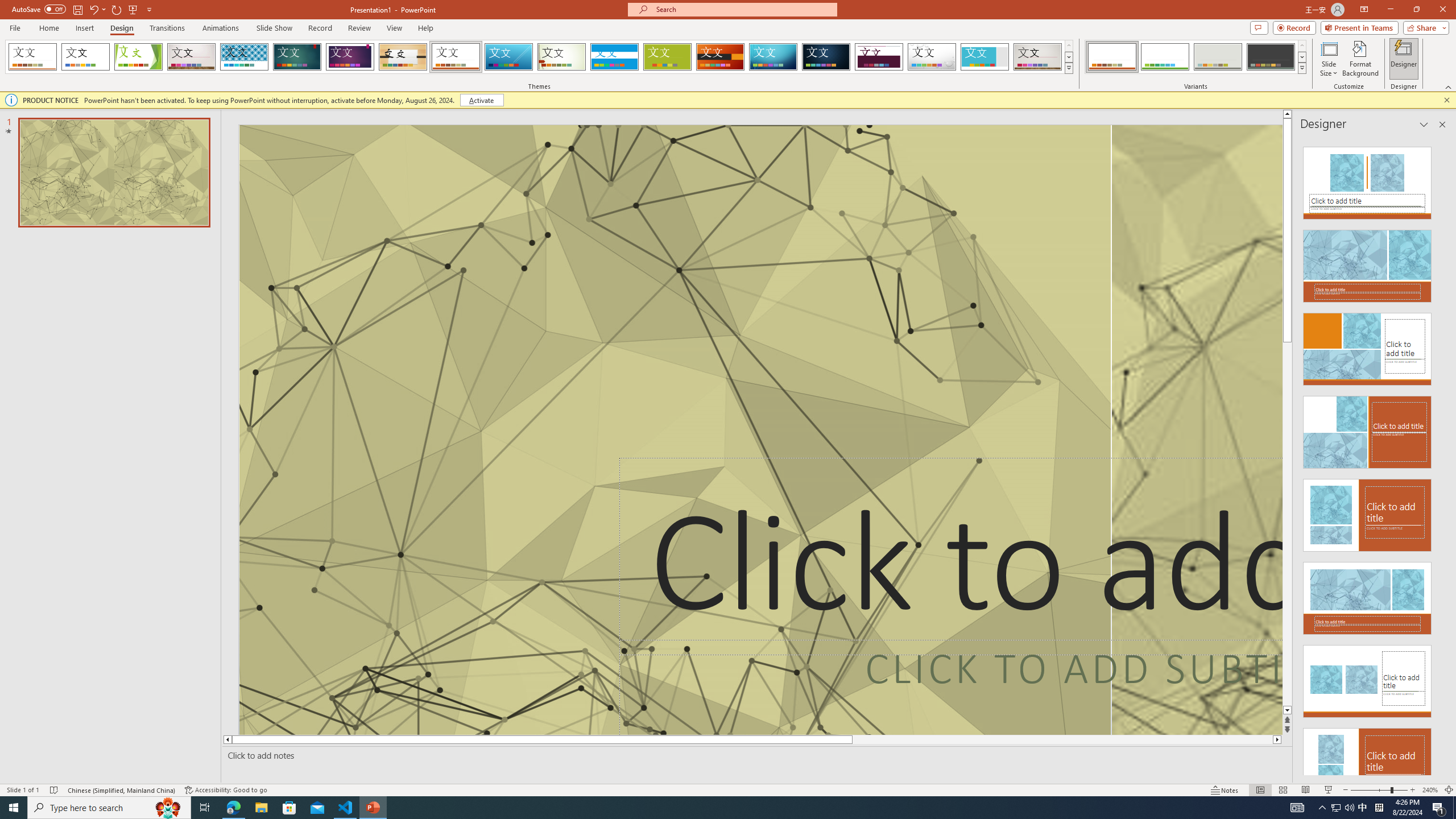  What do you see at coordinates (1446, 100) in the screenshot?
I see `'Close this message'` at bounding box center [1446, 100].